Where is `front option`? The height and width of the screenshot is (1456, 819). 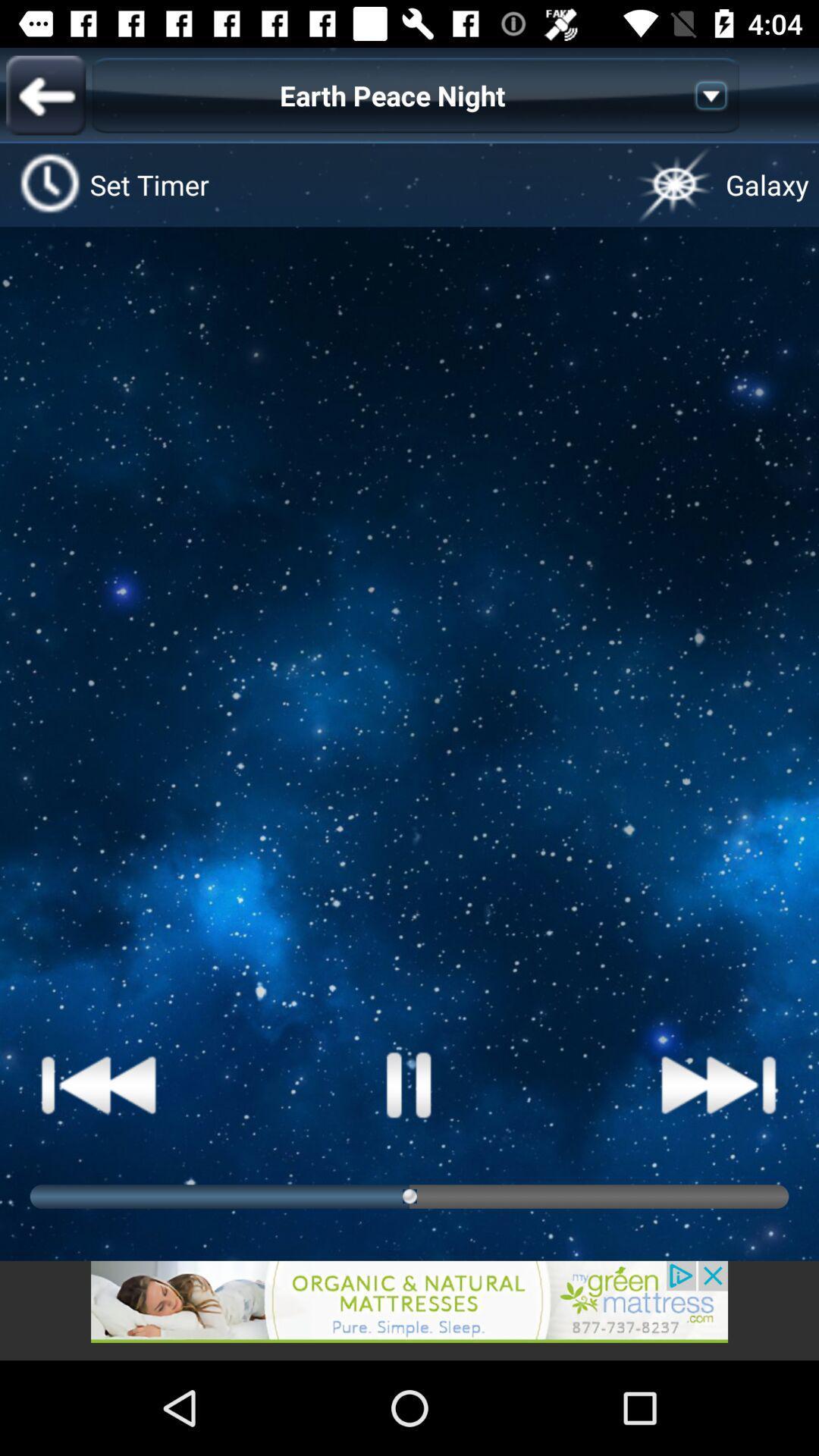
front option is located at coordinates (45, 94).